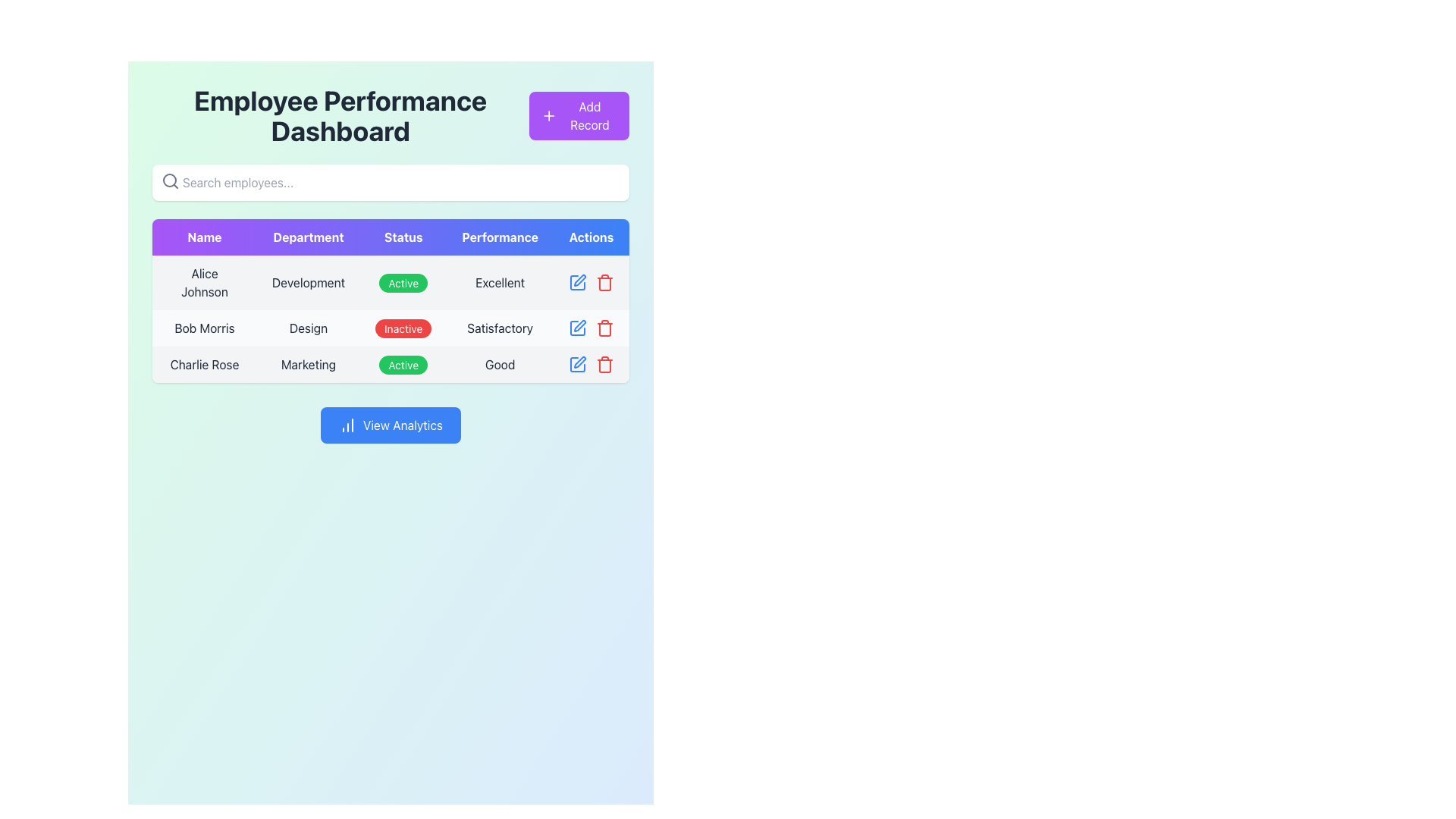 This screenshot has height=819, width=1456. Describe the element at coordinates (391, 283) in the screenshot. I see `the 'Active' label in the 'Status' column of the 'Employee Performance Dashboard' to indicate the current status of the employee` at that location.